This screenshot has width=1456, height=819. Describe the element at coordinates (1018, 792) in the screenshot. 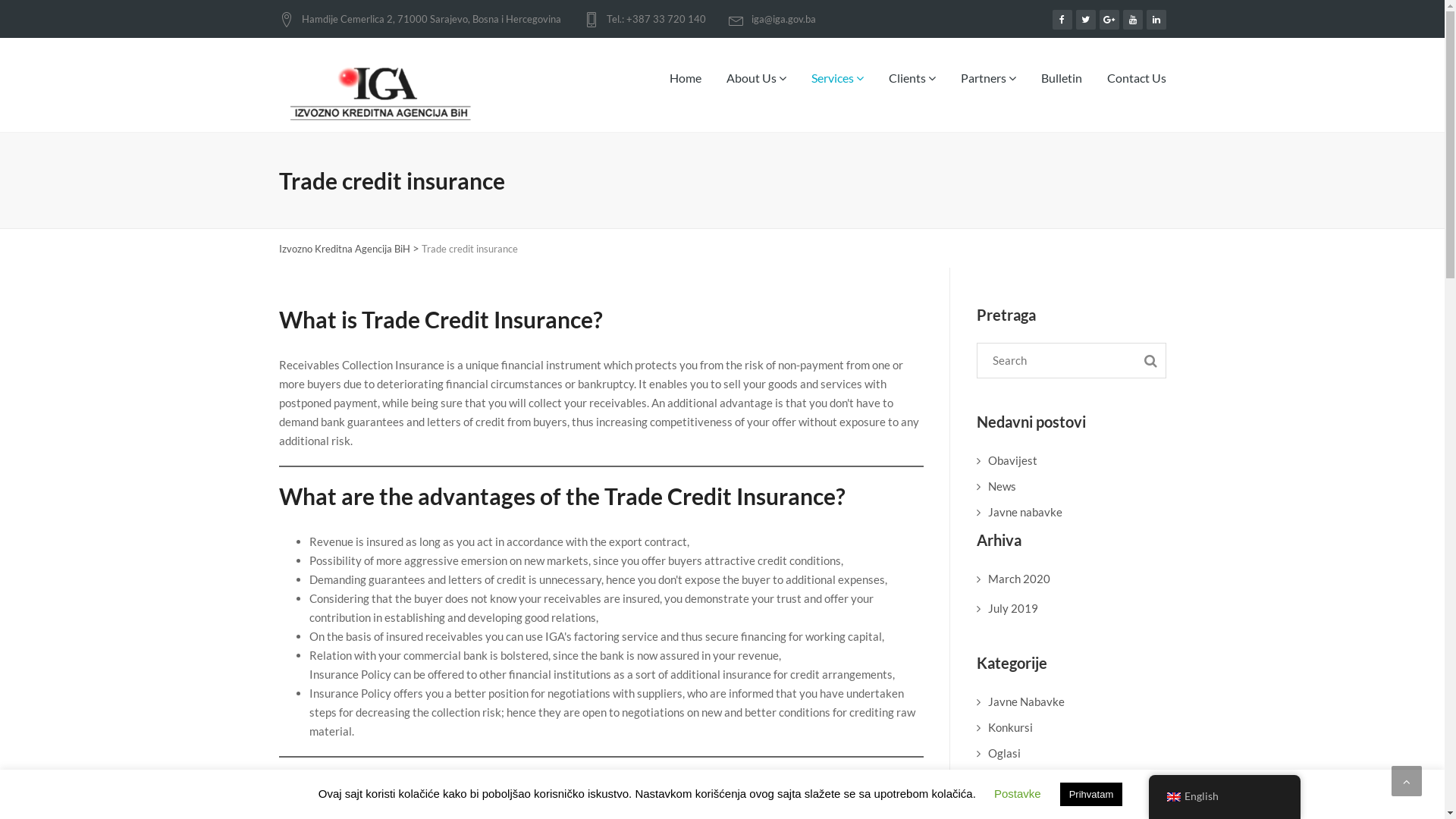

I see `'Postavke'` at that location.